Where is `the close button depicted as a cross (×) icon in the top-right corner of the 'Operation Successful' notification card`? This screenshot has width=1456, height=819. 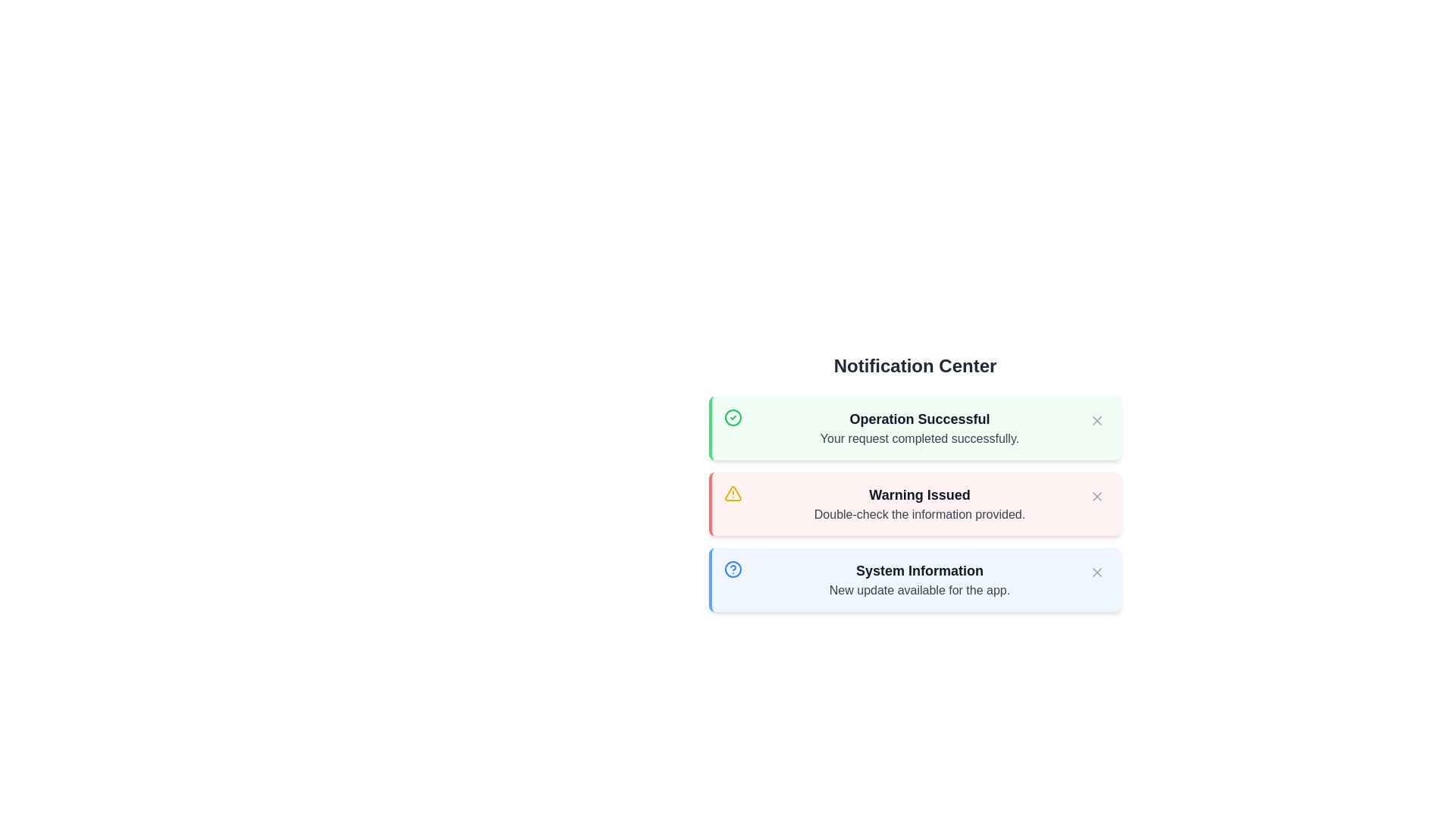 the close button depicted as a cross (×) icon in the top-right corner of the 'Operation Successful' notification card is located at coordinates (1097, 421).